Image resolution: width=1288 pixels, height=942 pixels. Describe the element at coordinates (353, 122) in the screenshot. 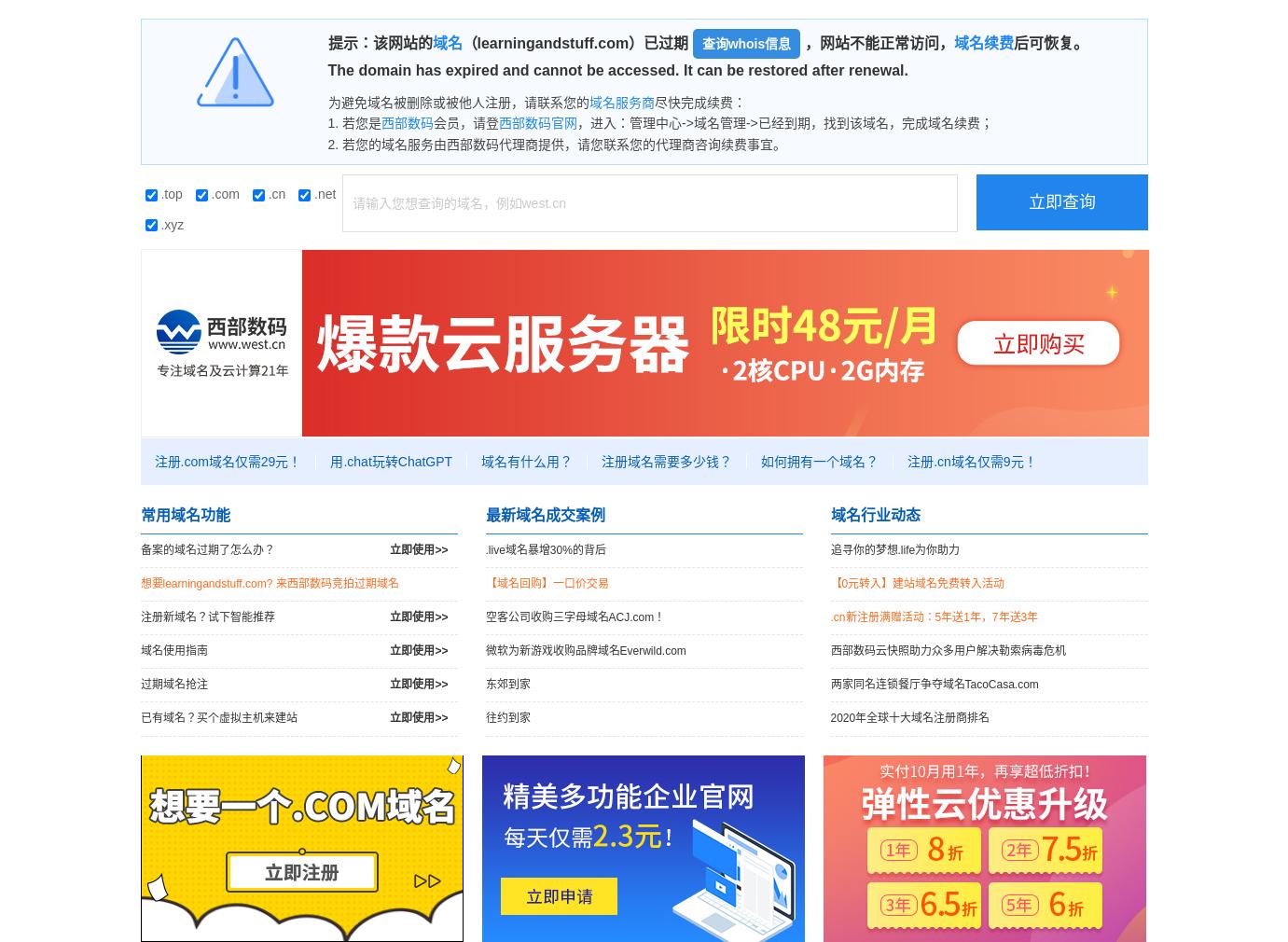

I see `'1. 若您是'` at that location.